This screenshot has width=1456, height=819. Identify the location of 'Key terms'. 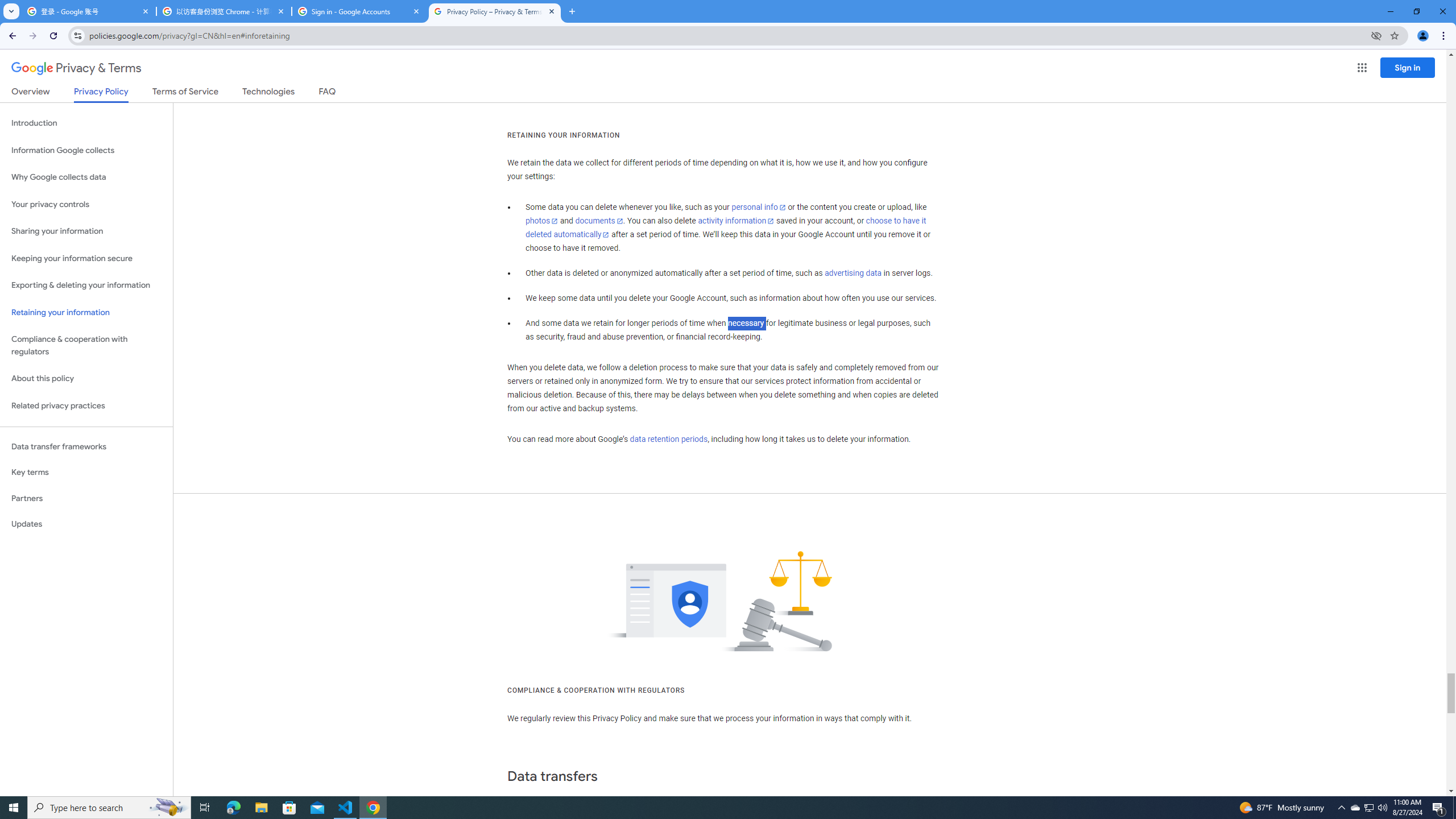
(86, 472).